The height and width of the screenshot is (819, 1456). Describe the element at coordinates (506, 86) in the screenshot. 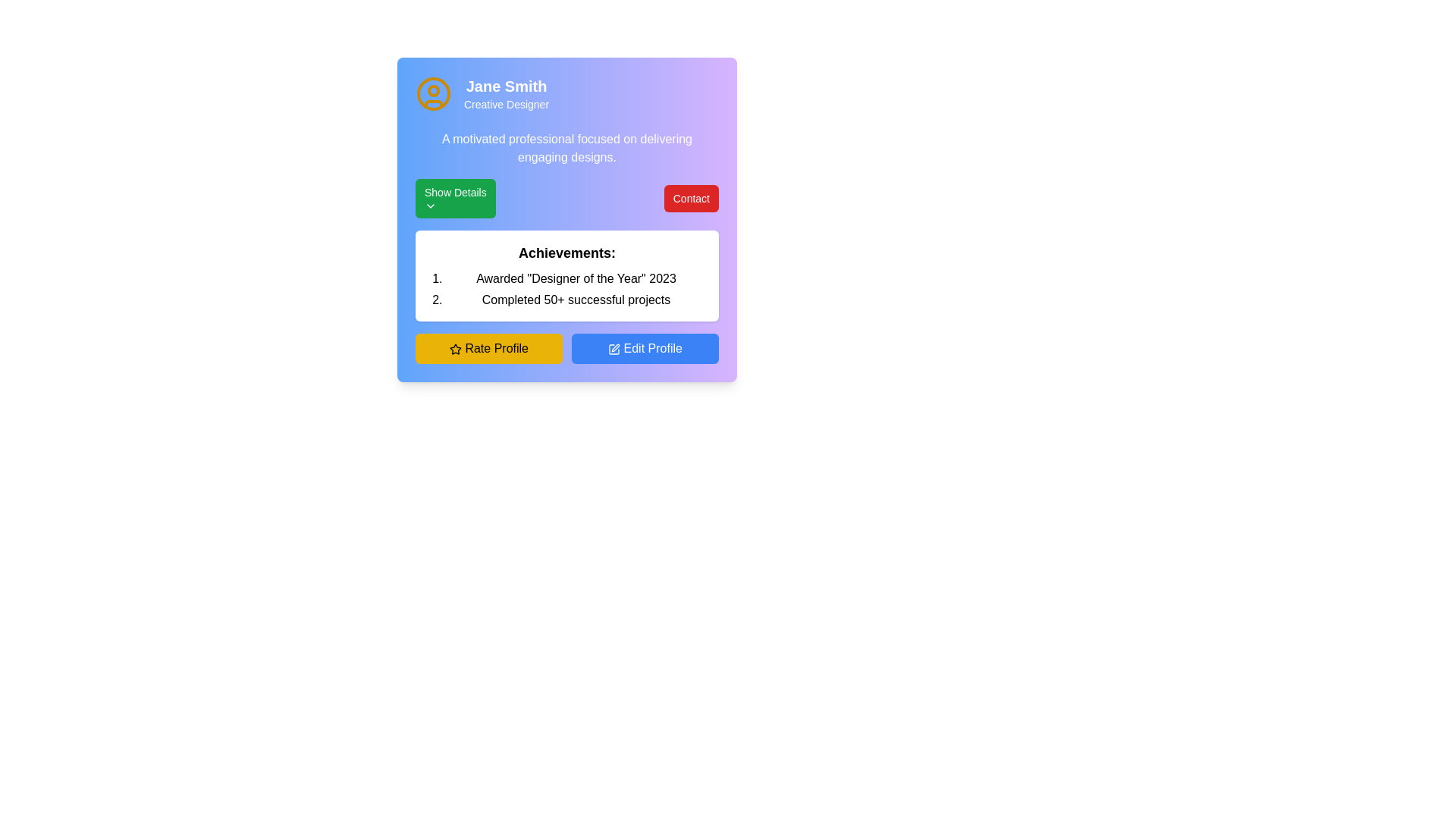

I see `the text label displaying 'Jane Smith' located in the header section of the profile card to read the text` at that location.